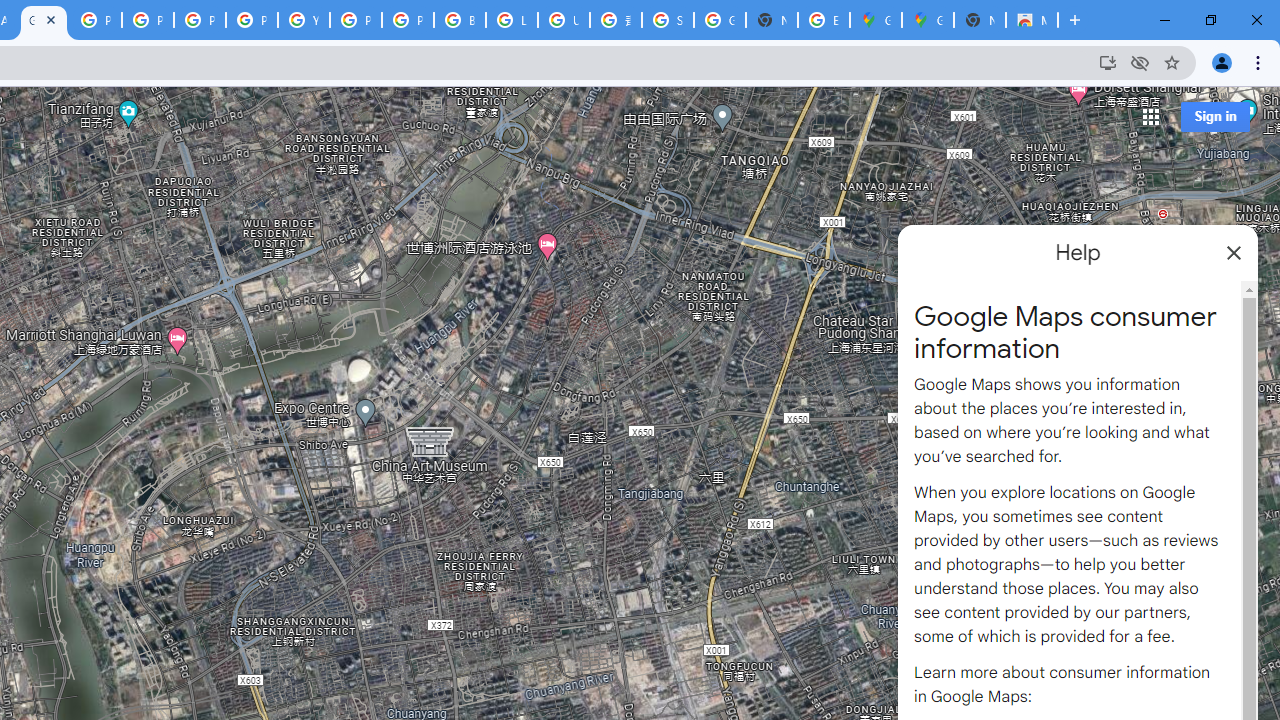 The height and width of the screenshot is (720, 1280). I want to click on 'Policy Accountability and Transparency - Transparency Center', so click(95, 20).